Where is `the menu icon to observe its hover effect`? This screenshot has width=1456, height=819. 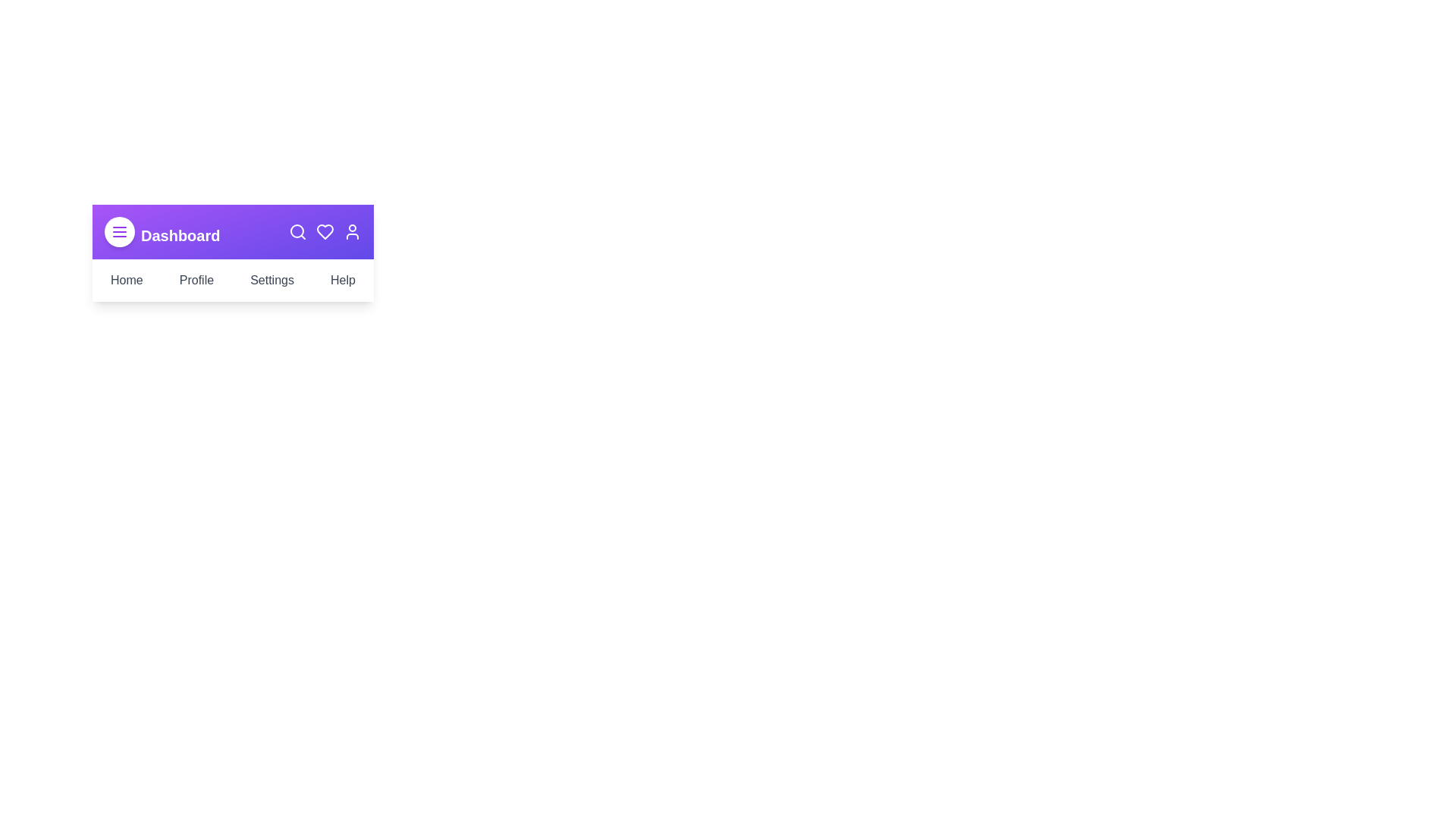 the menu icon to observe its hover effect is located at coordinates (119, 231).